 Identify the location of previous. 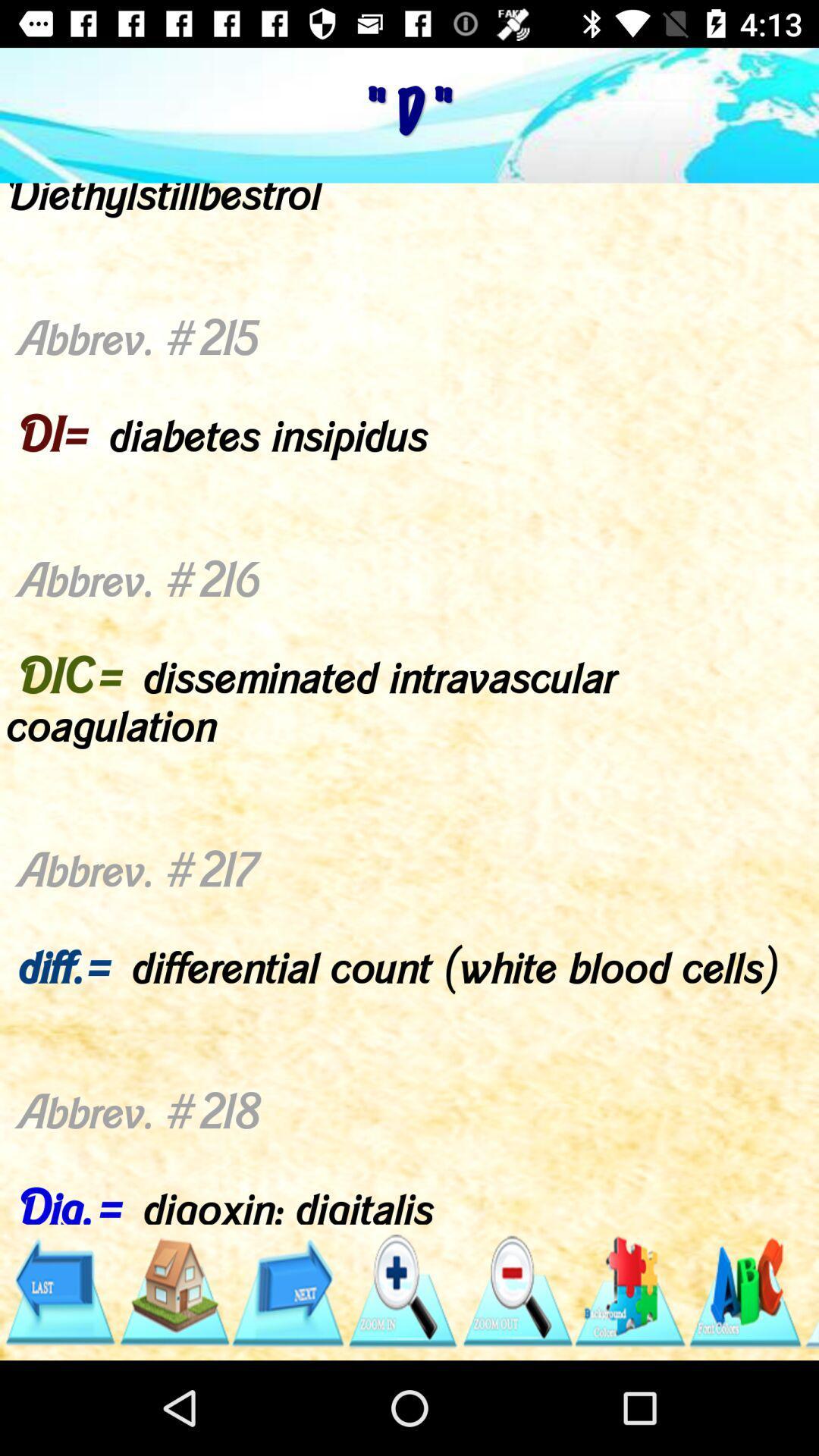
(58, 1291).